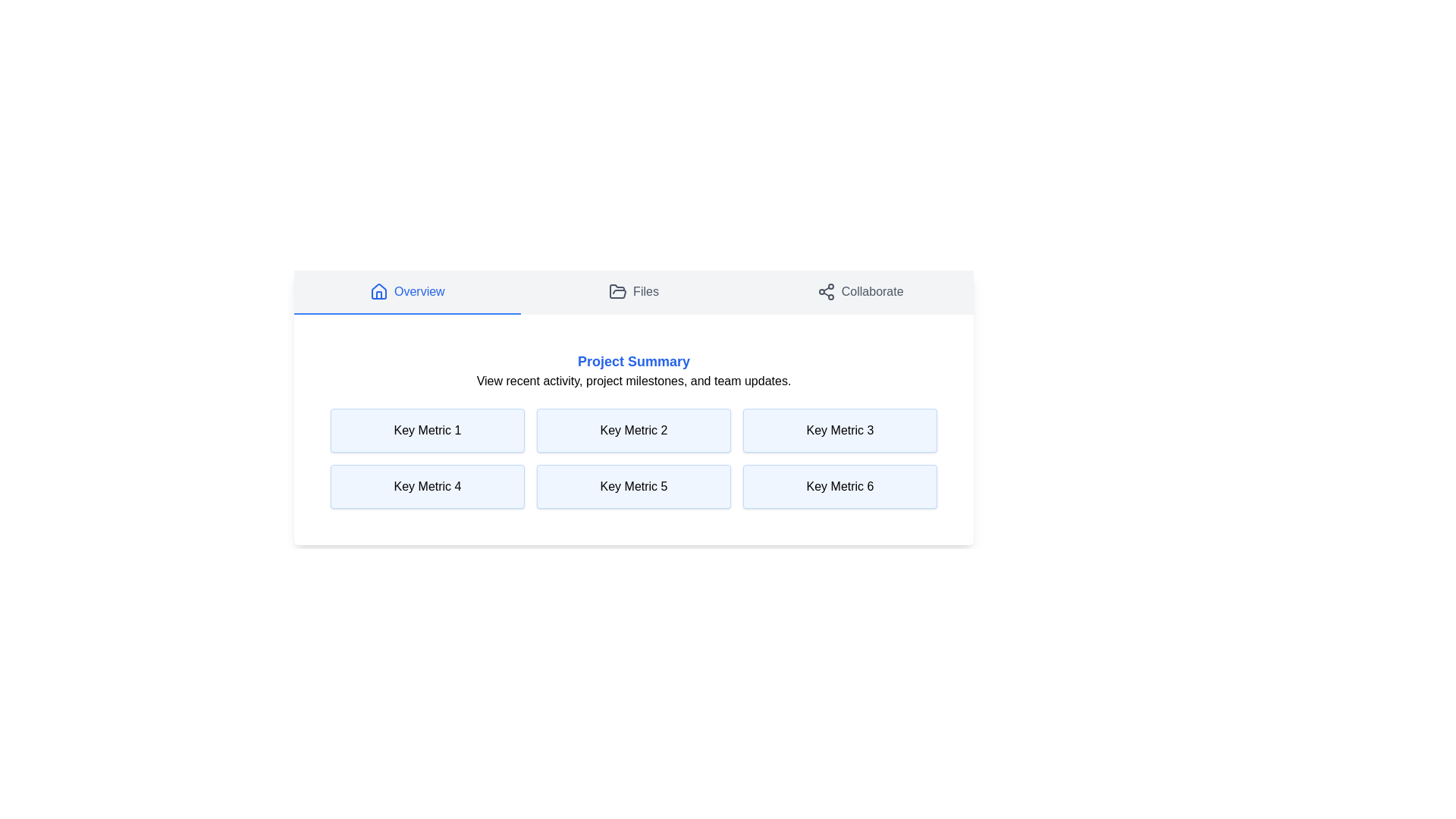 The width and height of the screenshot is (1456, 819). What do you see at coordinates (645, 292) in the screenshot?
I see `the 'Files' text label in the top navigation bar, which is associated with file management and is positioned between the 'Overview' and 'Collaborate' elements` at bounding box center [645, 292].